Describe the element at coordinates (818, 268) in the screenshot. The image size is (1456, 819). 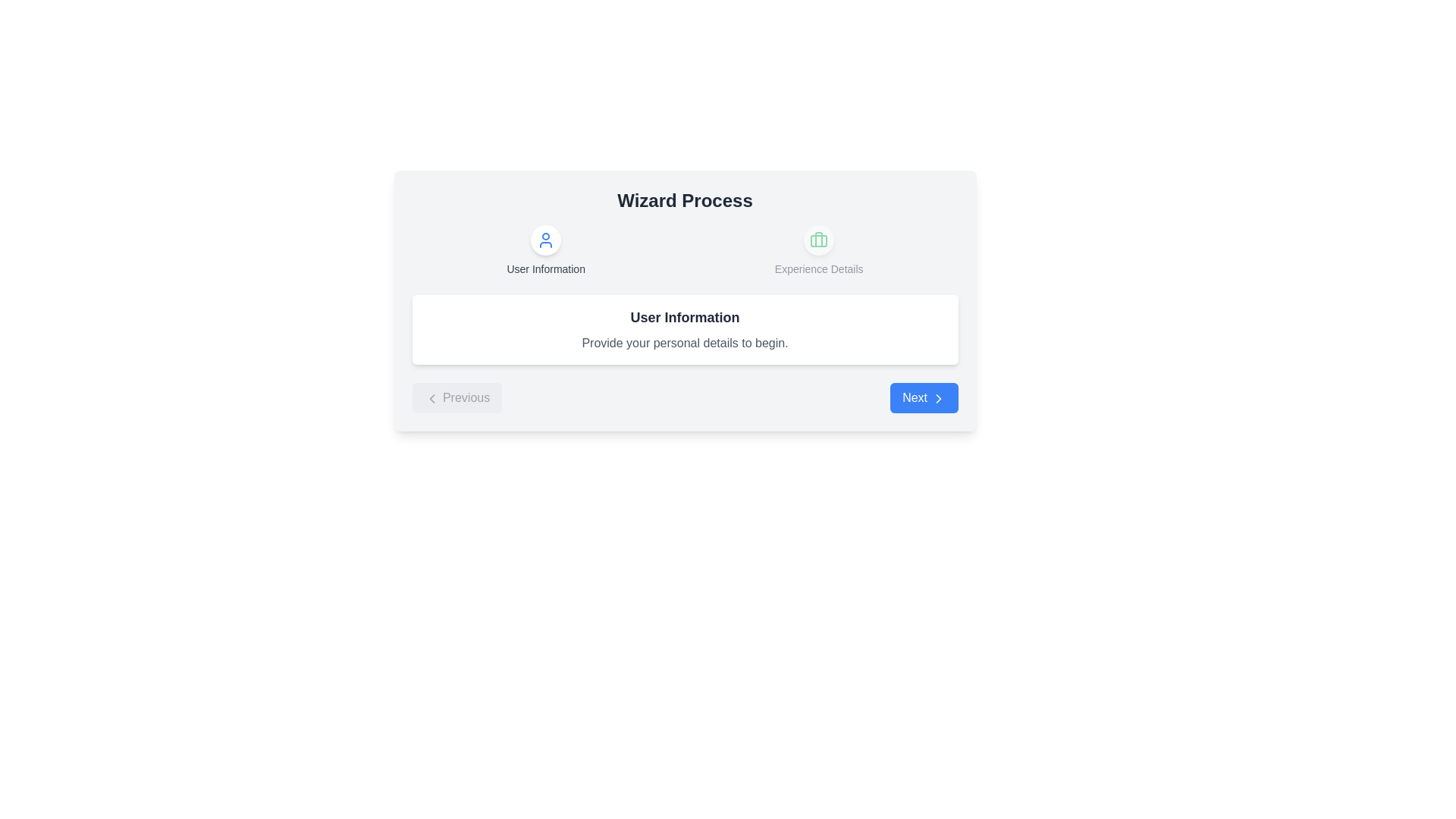
I see `the static text label that indicates user experiences, located beneath a briefcase icon and to the right of the 'User Information' section` at that location.